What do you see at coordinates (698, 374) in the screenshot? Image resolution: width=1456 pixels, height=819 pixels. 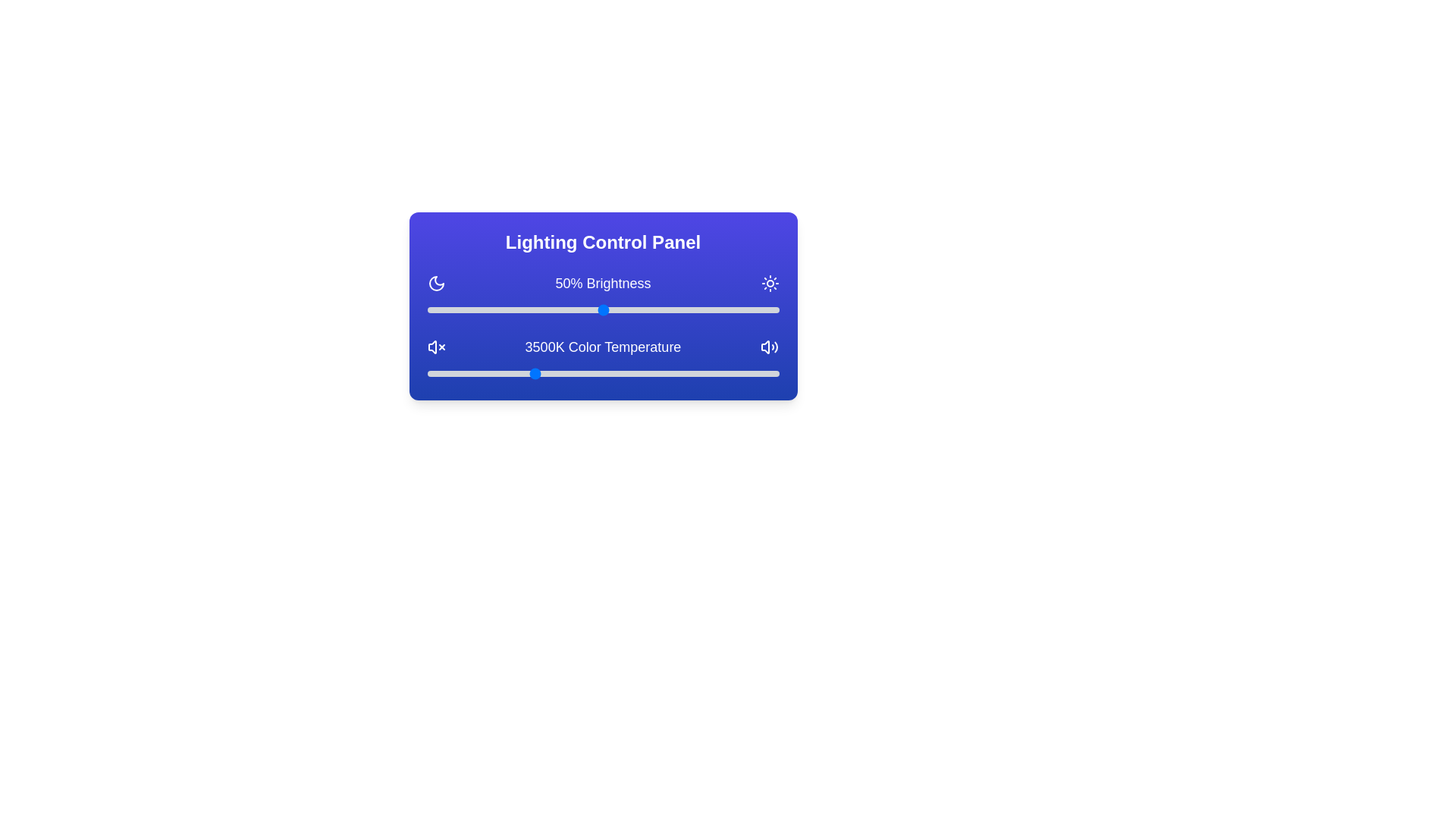 I see `the color temperature slider to 5858 K` at bounding box center [698, 374].